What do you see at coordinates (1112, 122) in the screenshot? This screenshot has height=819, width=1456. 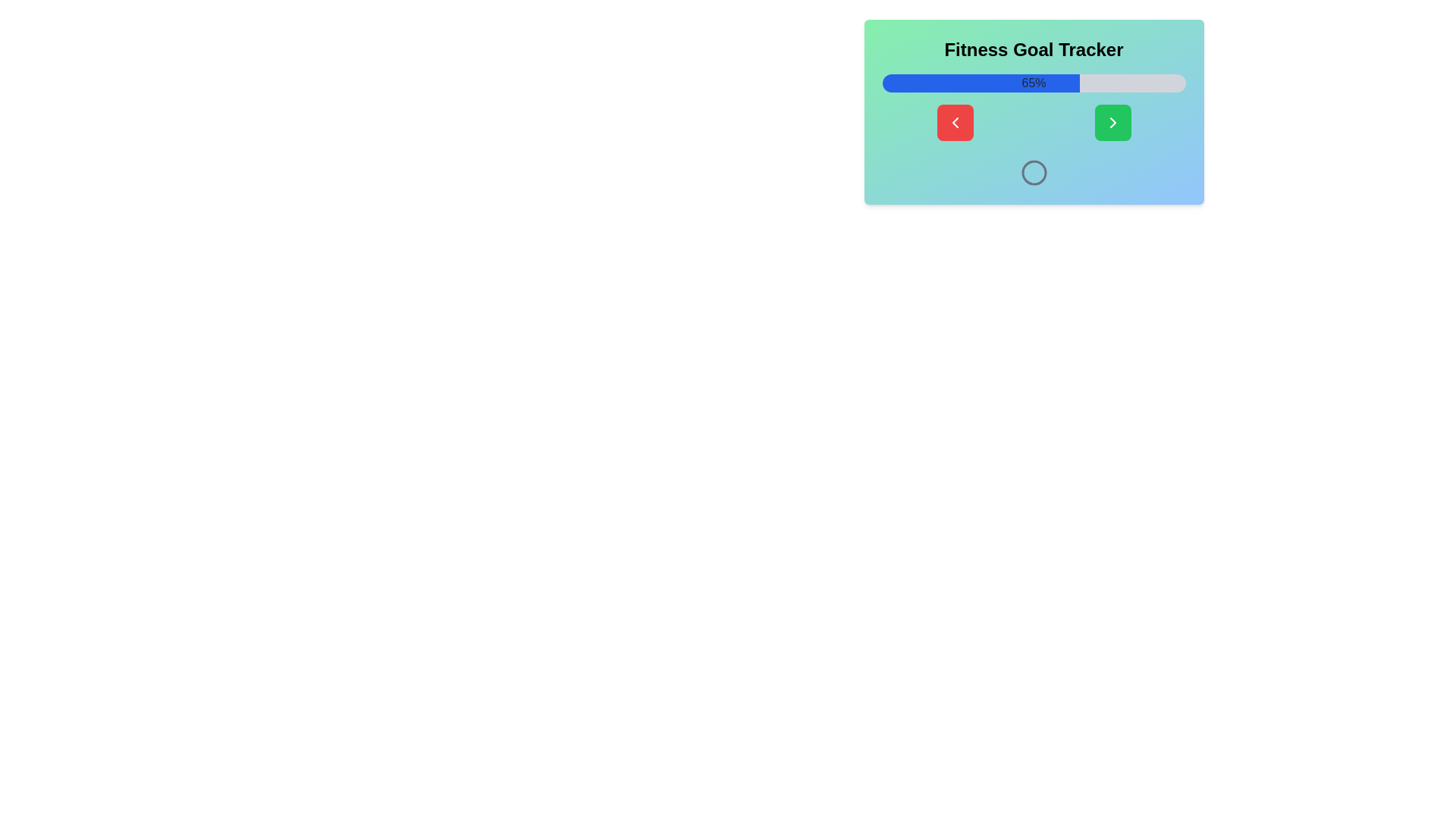 I see `the right-pointing chevron icon within the green circular button for accessibility navigation` at bounding box center [1112, 122].